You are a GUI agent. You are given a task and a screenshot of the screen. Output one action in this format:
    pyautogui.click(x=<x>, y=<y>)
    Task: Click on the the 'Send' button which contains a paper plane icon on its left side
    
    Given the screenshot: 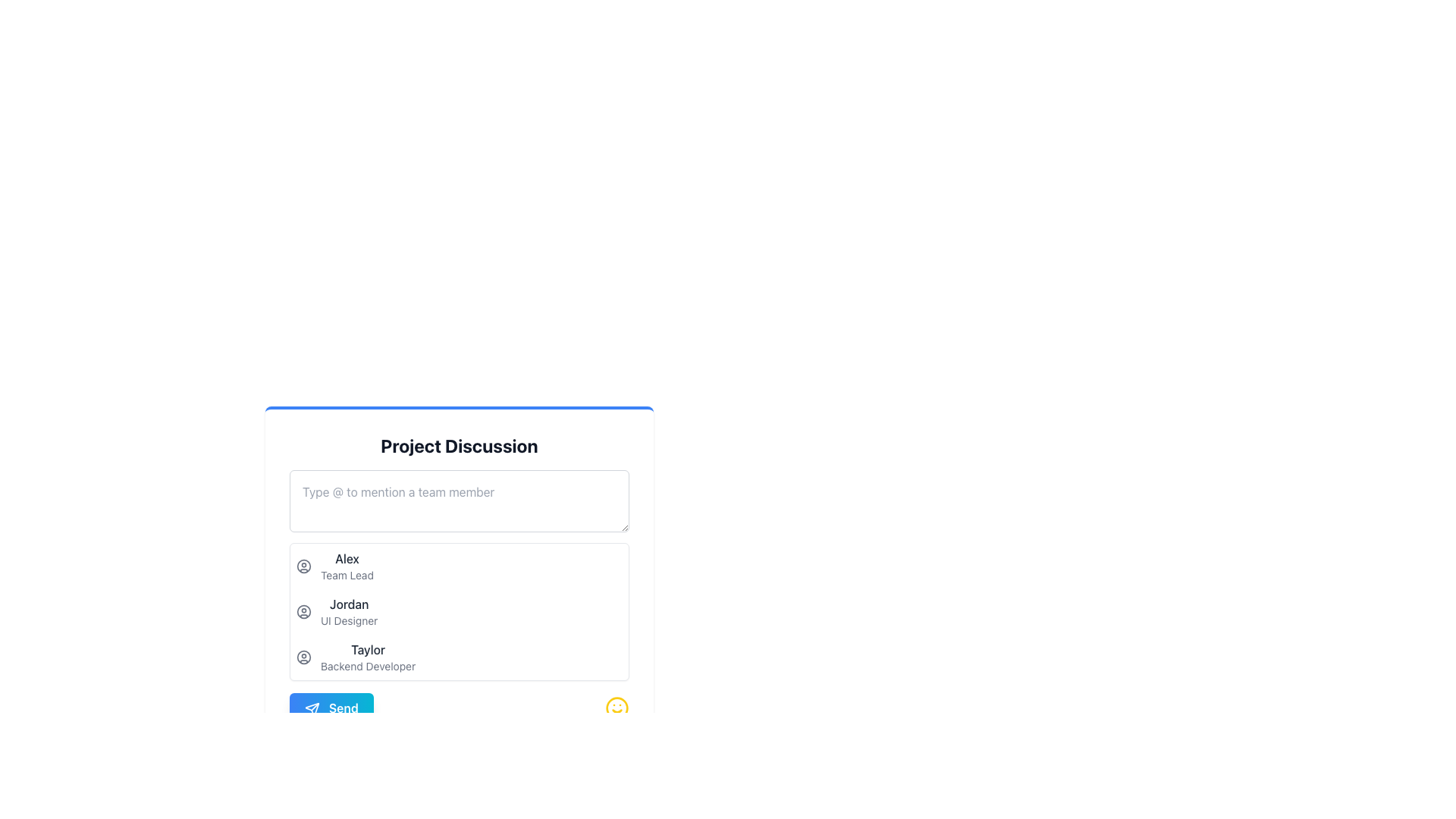 What is the action you would take?
    pyautogui.click(x=312, y=708)
    